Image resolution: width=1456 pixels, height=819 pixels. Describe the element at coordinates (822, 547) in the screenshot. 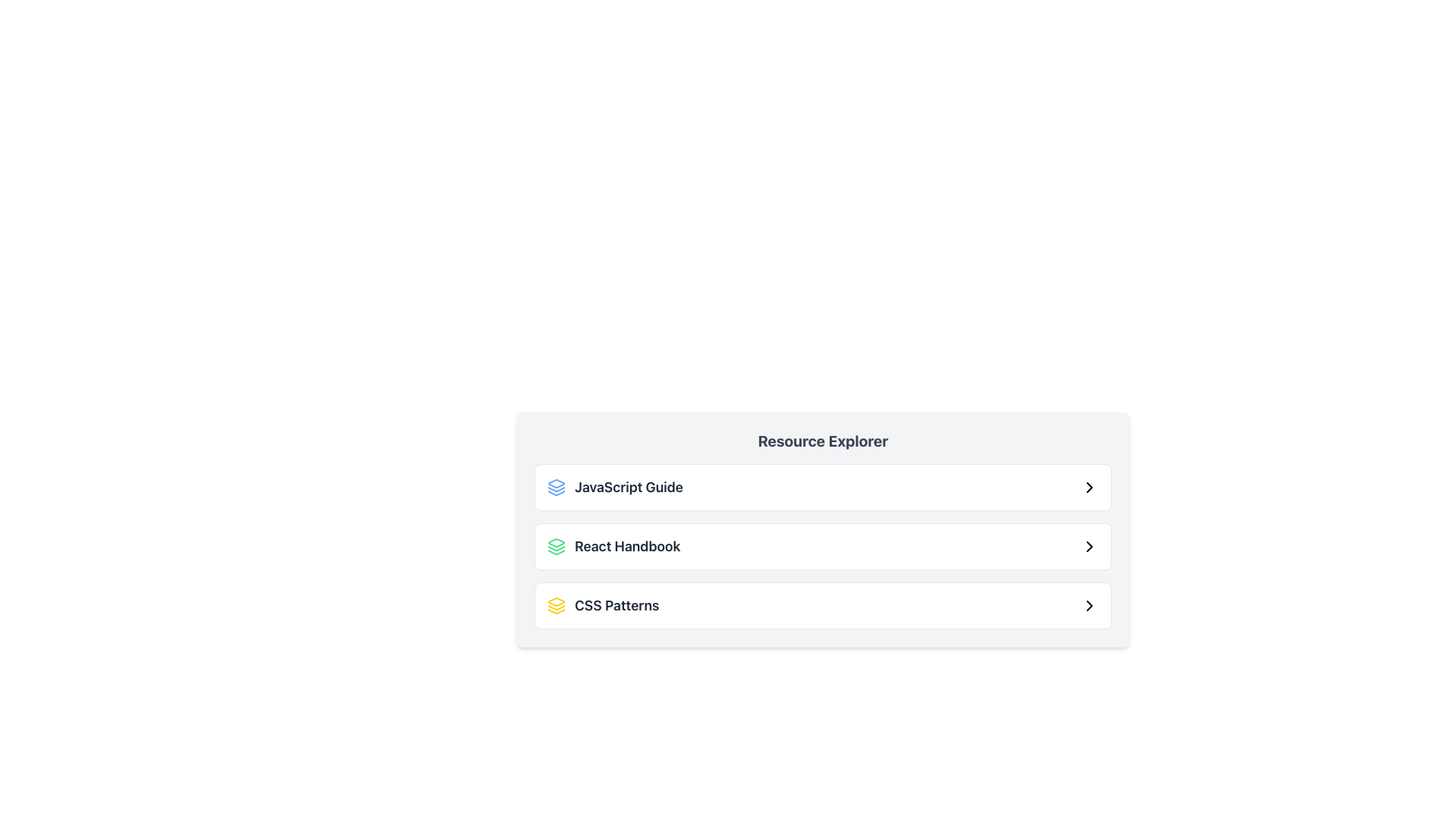

I see `the second item in the list of resources titled 'React Handbook'` at that location.